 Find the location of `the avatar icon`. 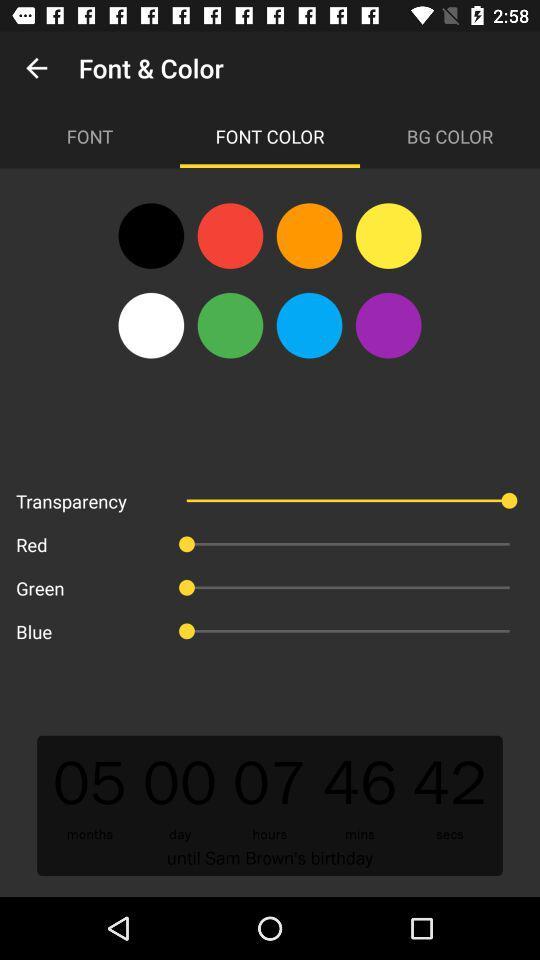

the avatar icon is located at coordinates (229, 236).